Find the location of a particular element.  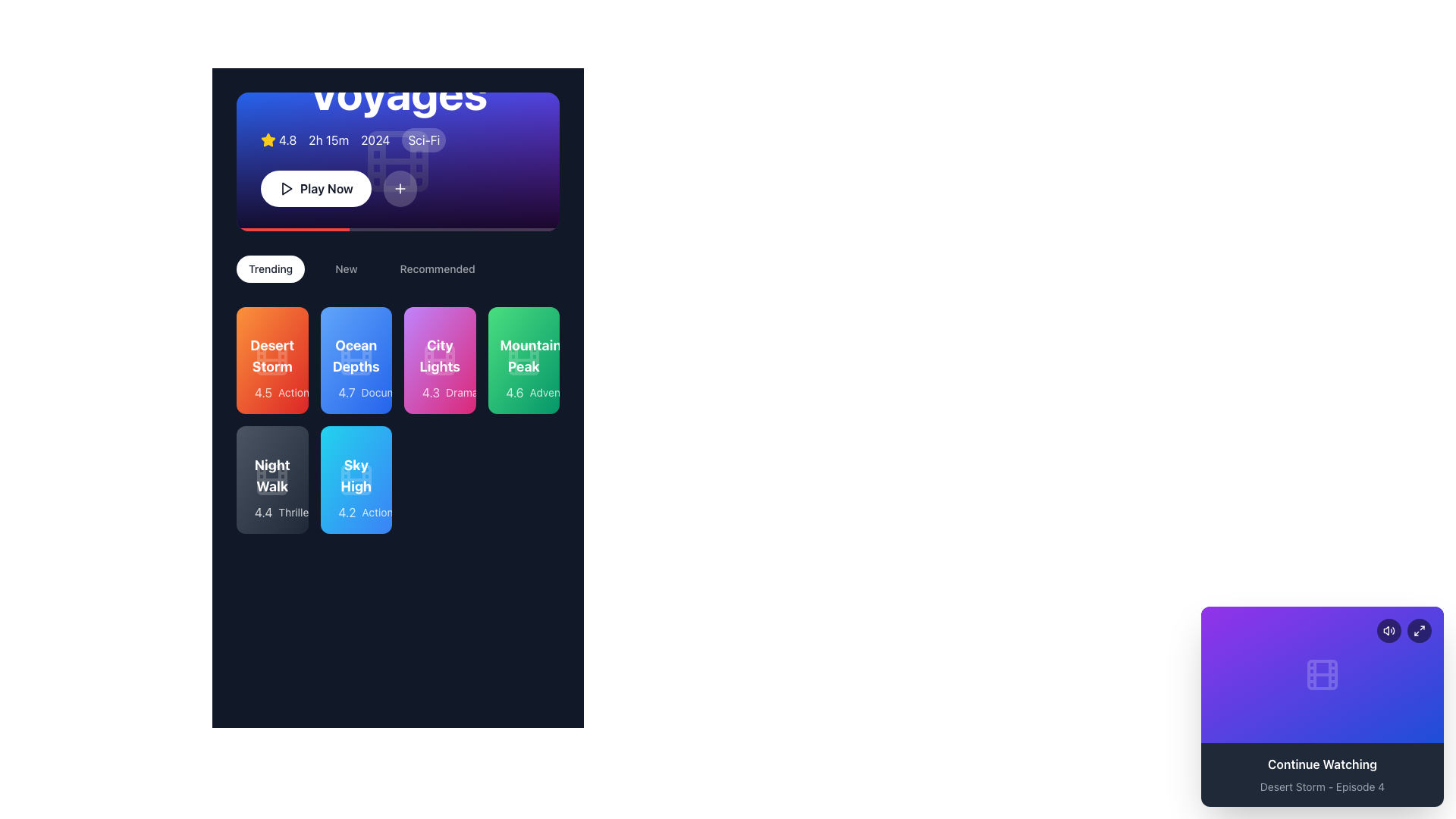

text value displayed in the rating section of the 'Desert Storm' card, which is located beside a yellow star icon and above the word 'Action' is located at coordinates (263, 392).